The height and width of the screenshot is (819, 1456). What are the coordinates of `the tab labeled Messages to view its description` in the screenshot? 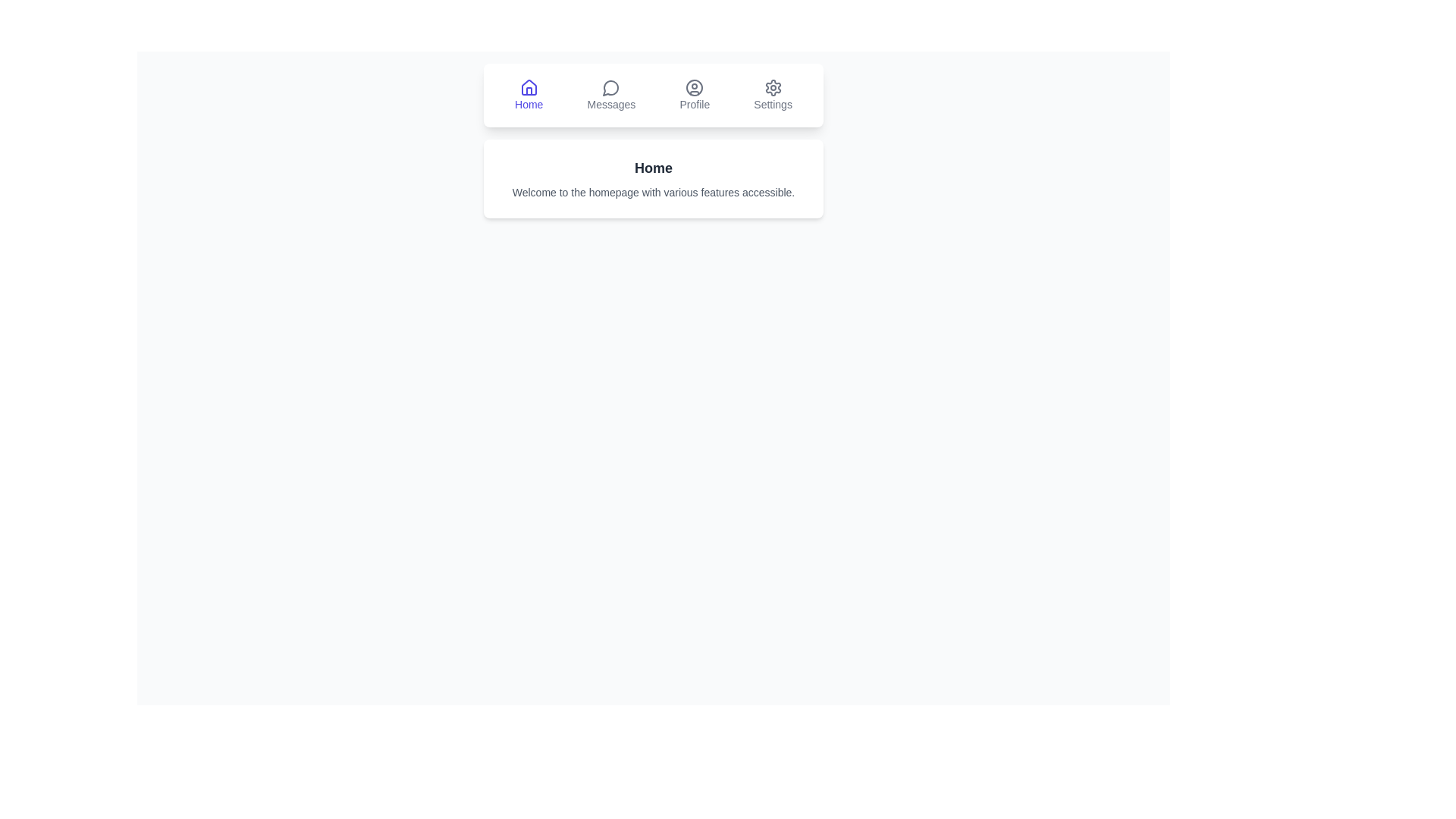 It's located at (611, 96).